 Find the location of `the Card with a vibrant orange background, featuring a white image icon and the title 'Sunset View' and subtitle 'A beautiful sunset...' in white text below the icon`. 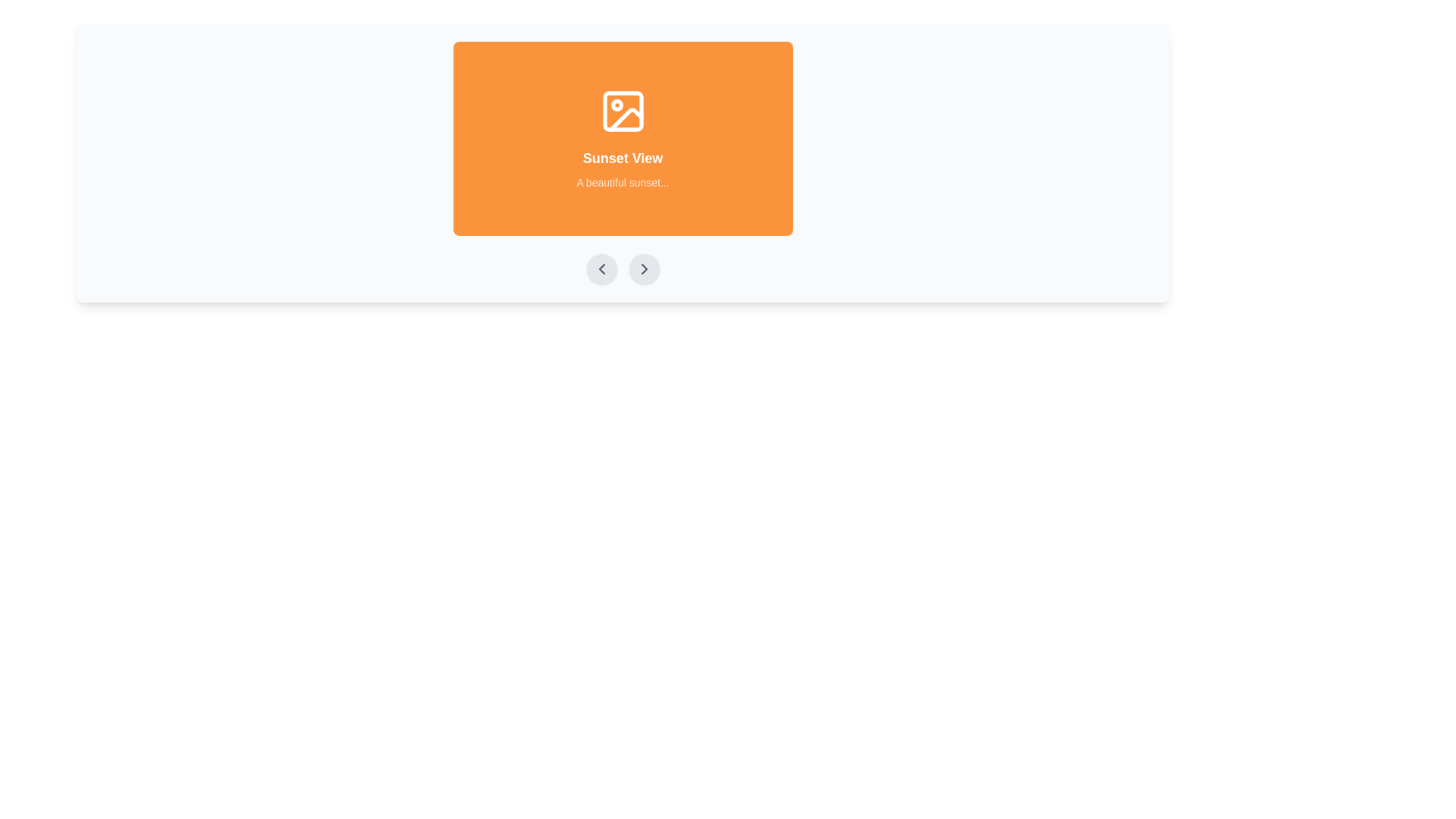

the Card with a vibrant orange background, featuring a white image icon and the title 'Sunset View' and subtitle 'A beautiful sunset...' in white text below the icon is located at coordinates (623, 138).